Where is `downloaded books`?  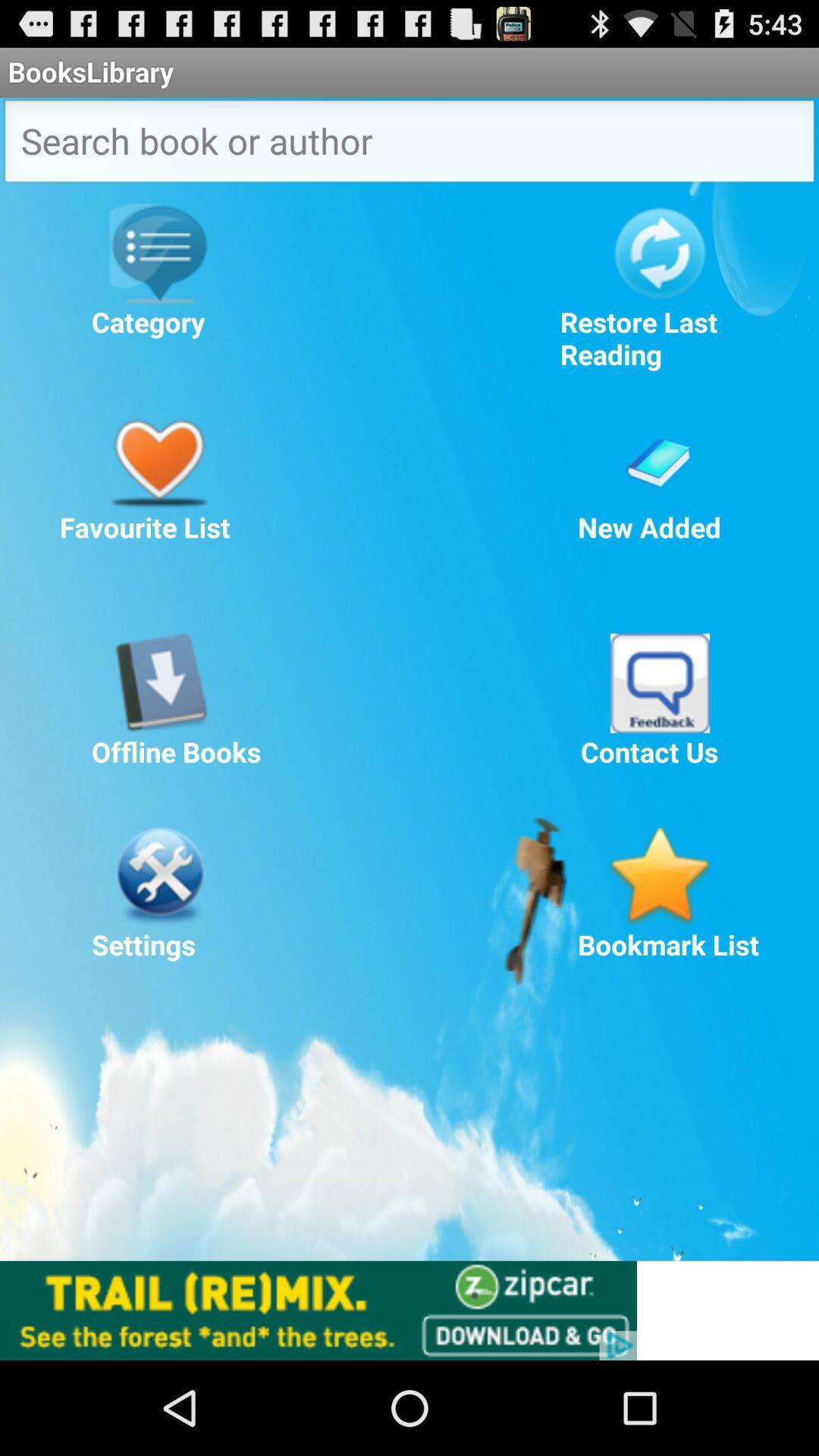
downloaded books is located at coordinates (158, 682).